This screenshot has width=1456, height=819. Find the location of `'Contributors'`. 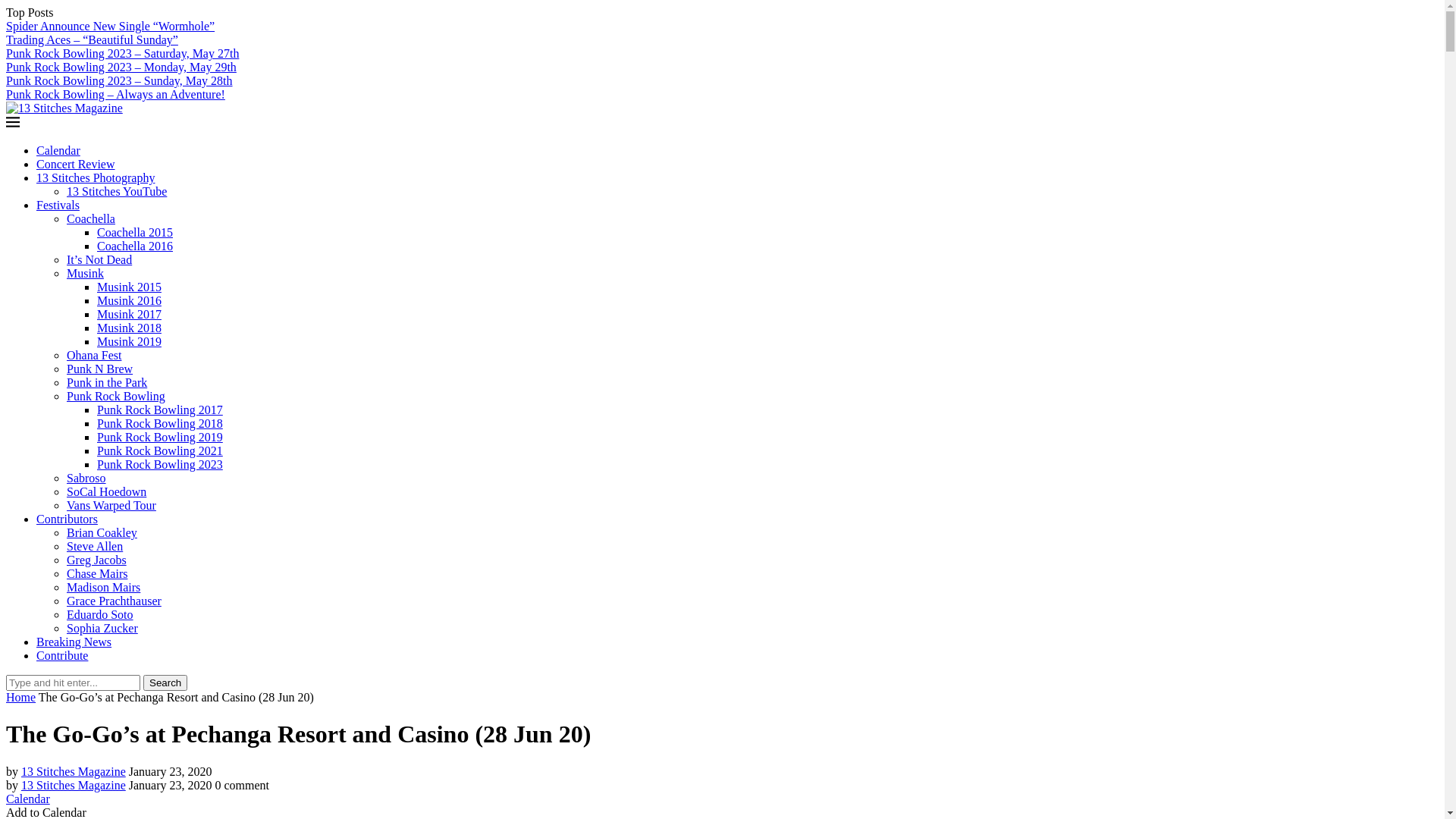

'Contributors' is located at coordinates (66, 518).